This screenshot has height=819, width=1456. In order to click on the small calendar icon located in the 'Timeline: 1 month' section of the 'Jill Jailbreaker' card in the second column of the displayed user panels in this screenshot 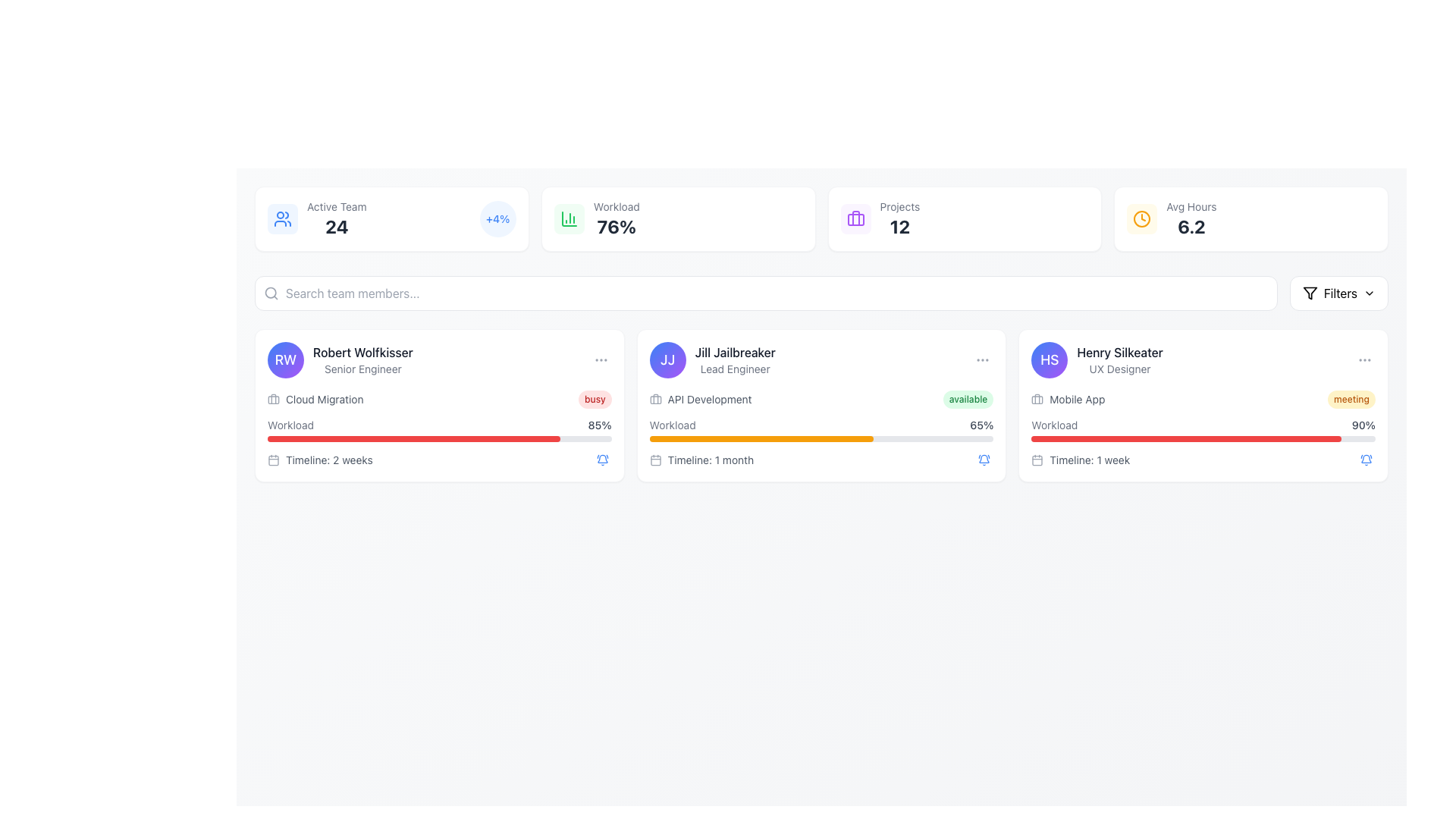, I will do `click(655, 459)`.